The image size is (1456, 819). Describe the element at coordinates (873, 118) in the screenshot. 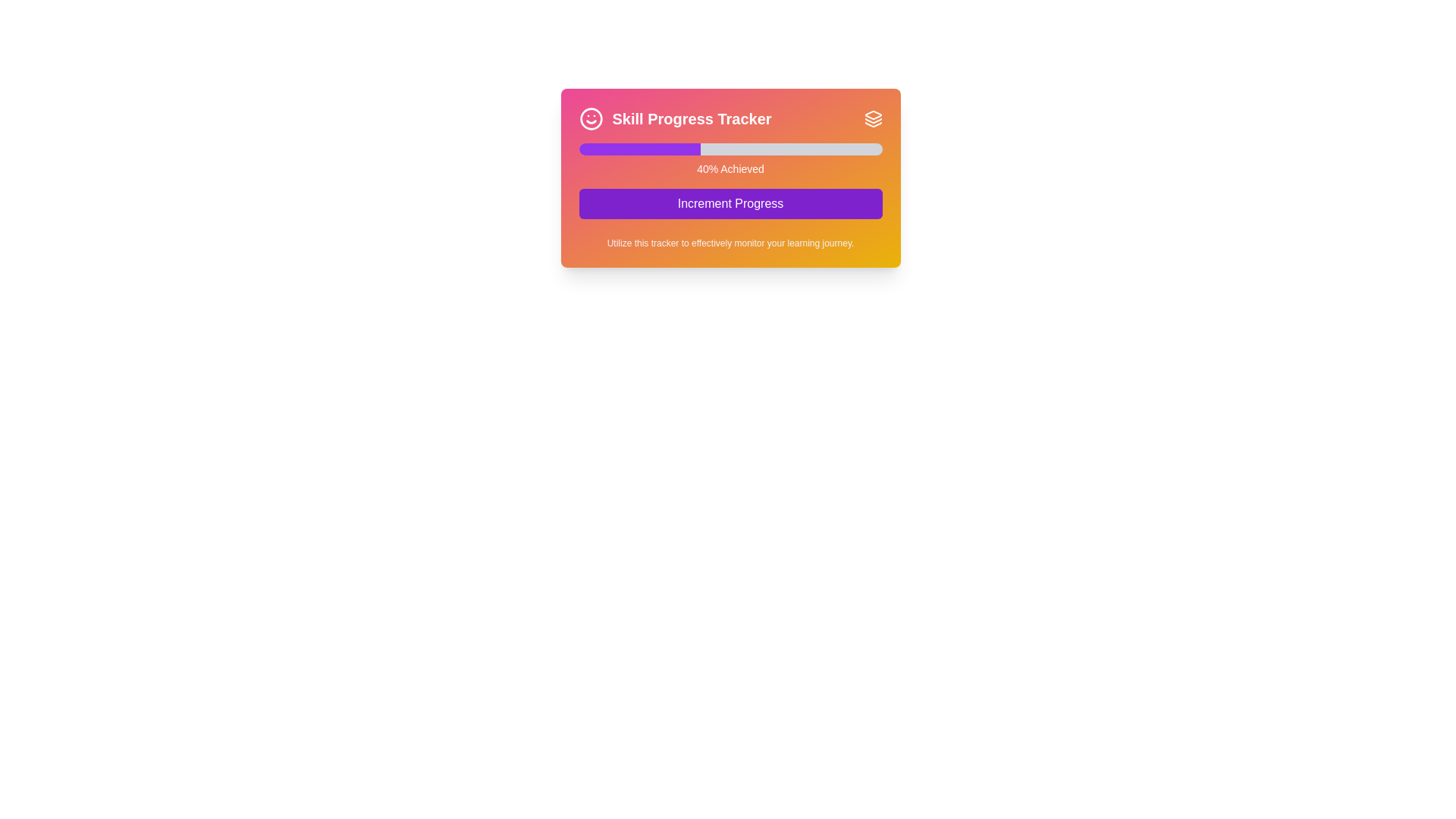

I see `the icon with a stacked-layer design featuring three overlapping rectangular plates, located at the top-right corner of the 'Skill Progress Tracker' box` at that location.